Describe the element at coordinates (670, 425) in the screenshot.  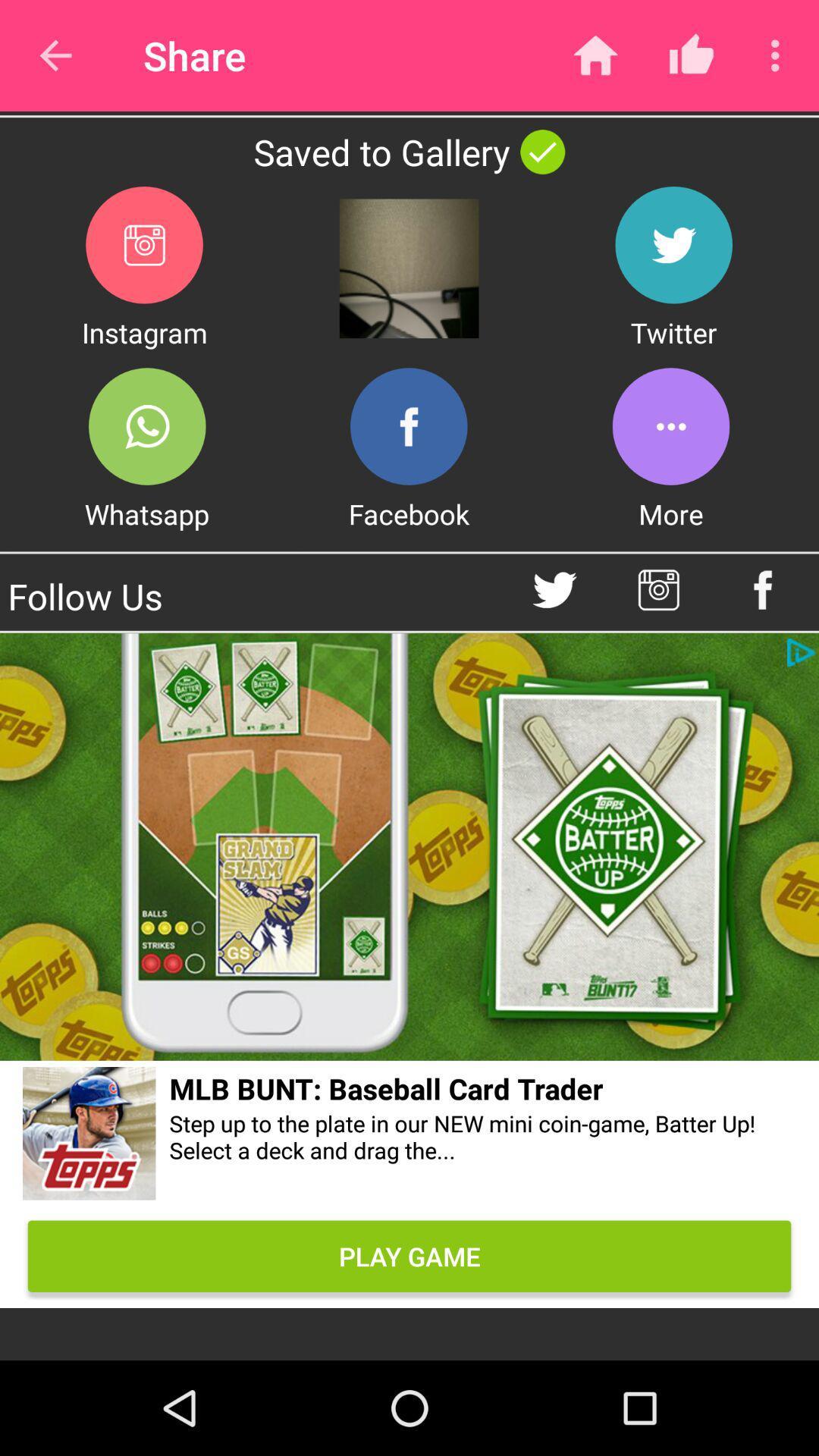
I see `more menu` at that location.